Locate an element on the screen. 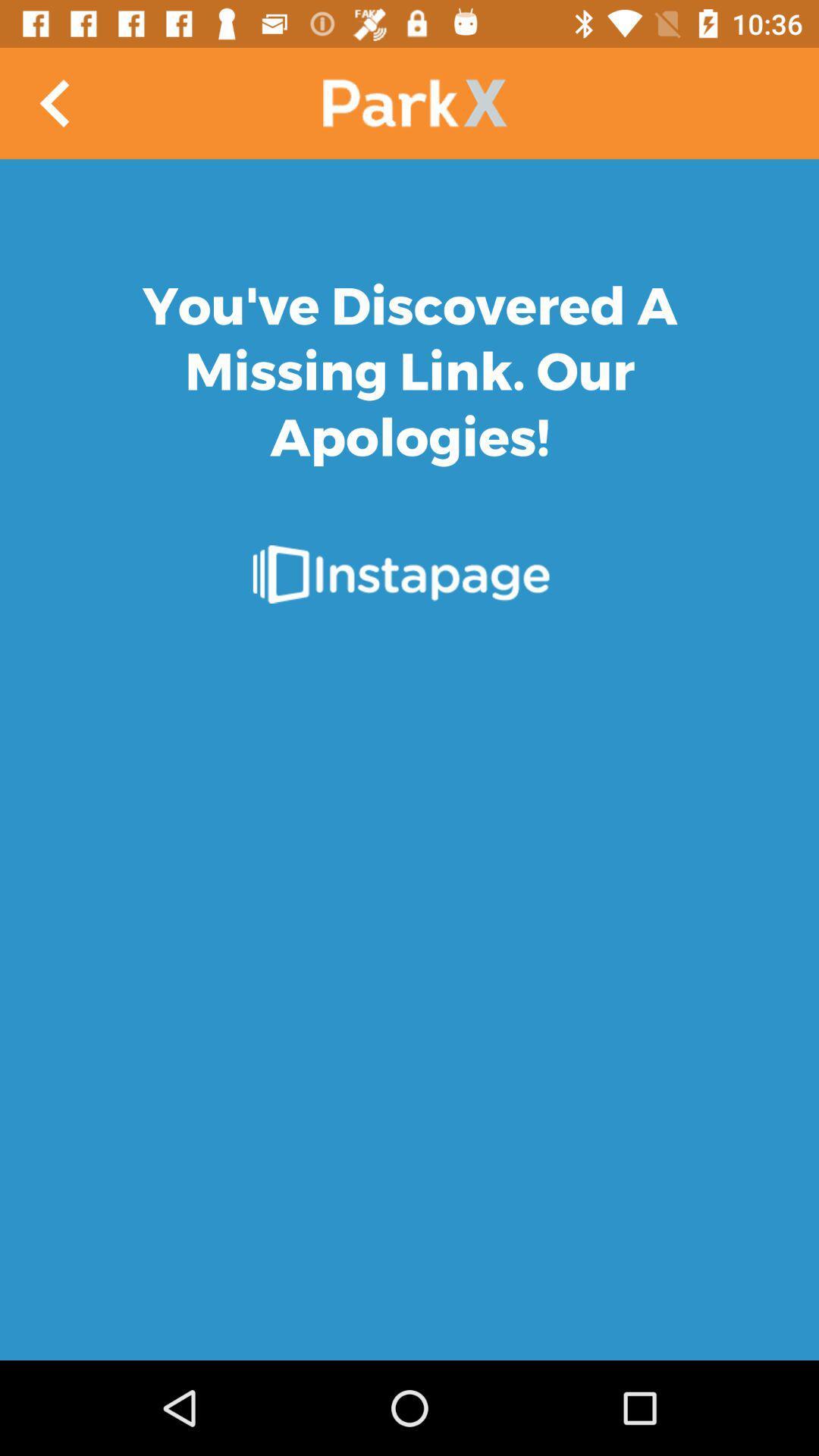 Image resolution: width=819 pixels, height=1456 pixels. link page is located at coordinates (409, 760).